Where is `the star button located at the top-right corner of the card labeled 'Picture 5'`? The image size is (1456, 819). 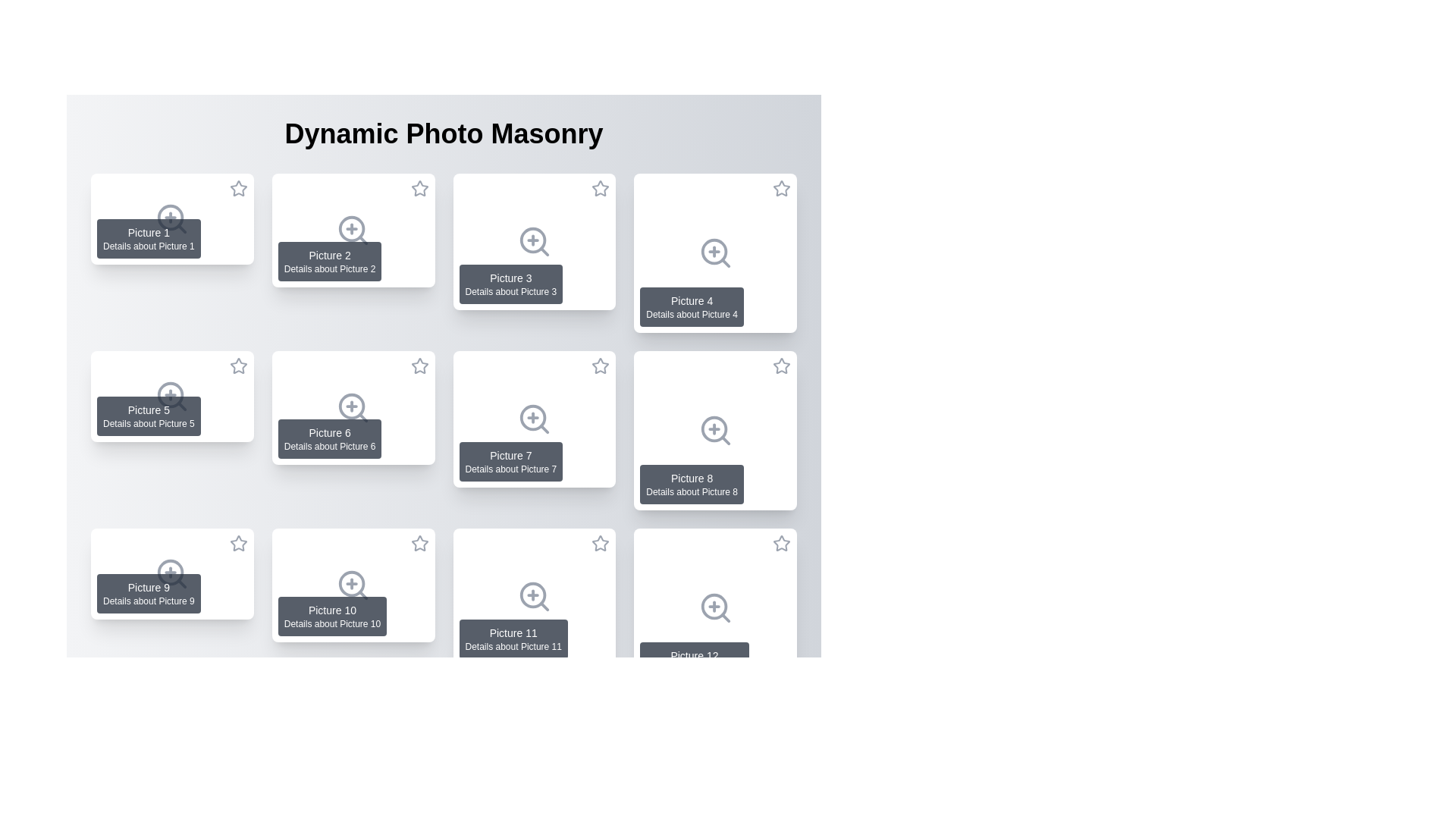 the star button located at the top-right corner of the card labeled 'Picture 5' is located at coordinates (237, 366).